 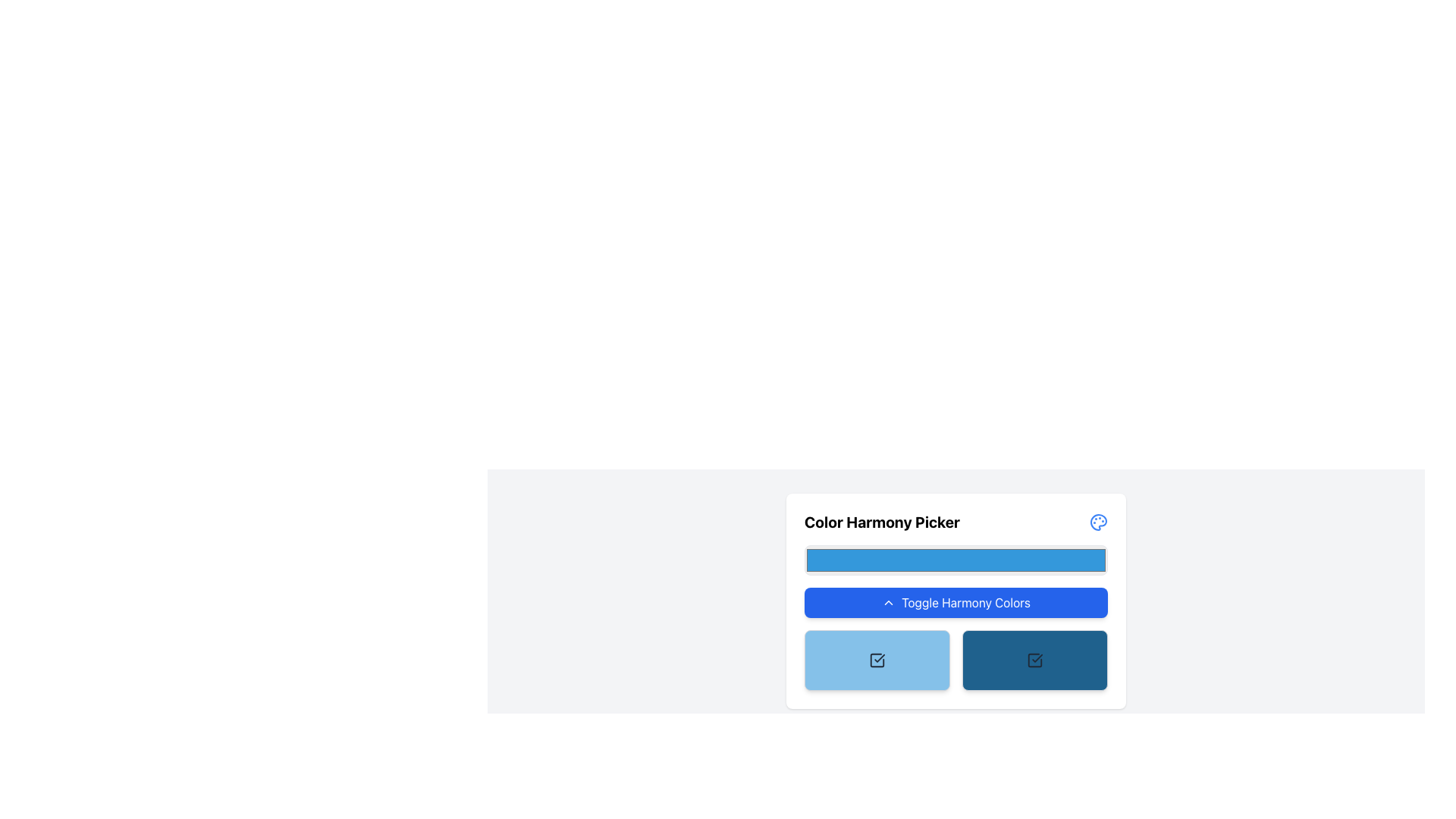 I want to click on the interactive button in the 'Color Harmony Picker' section, so click(x=955, y=601).